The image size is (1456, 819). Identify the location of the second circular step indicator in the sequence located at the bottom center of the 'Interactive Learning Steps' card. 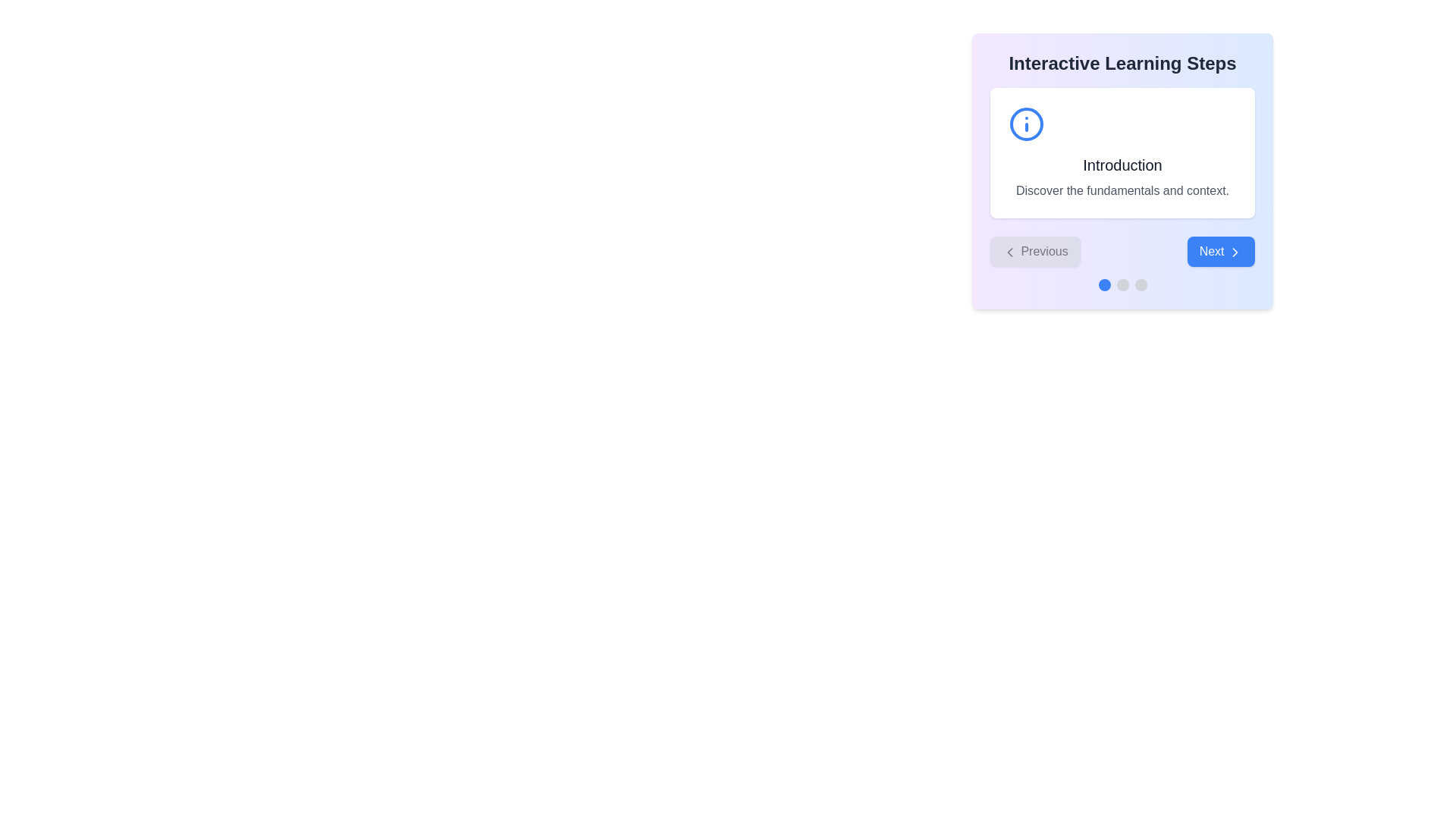
(1122, 284).